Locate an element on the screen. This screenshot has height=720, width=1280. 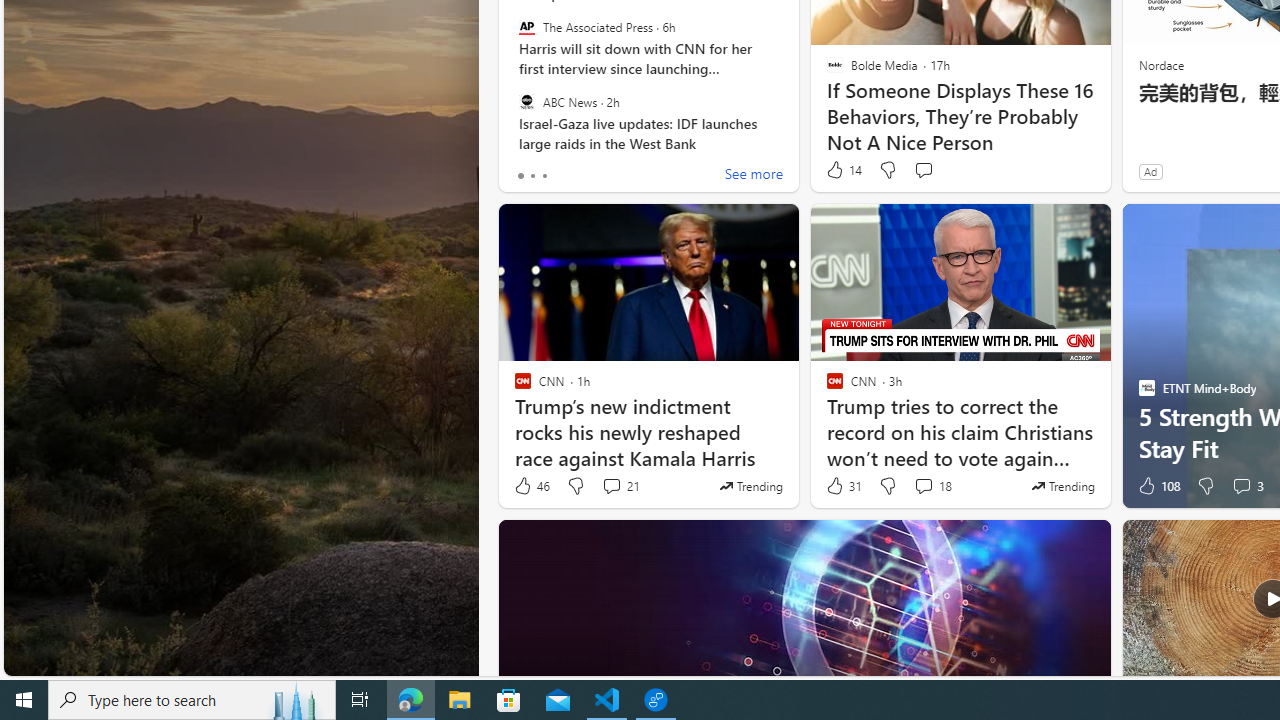
'View comments 3 Comment' is located at coordinates (1240, 486).